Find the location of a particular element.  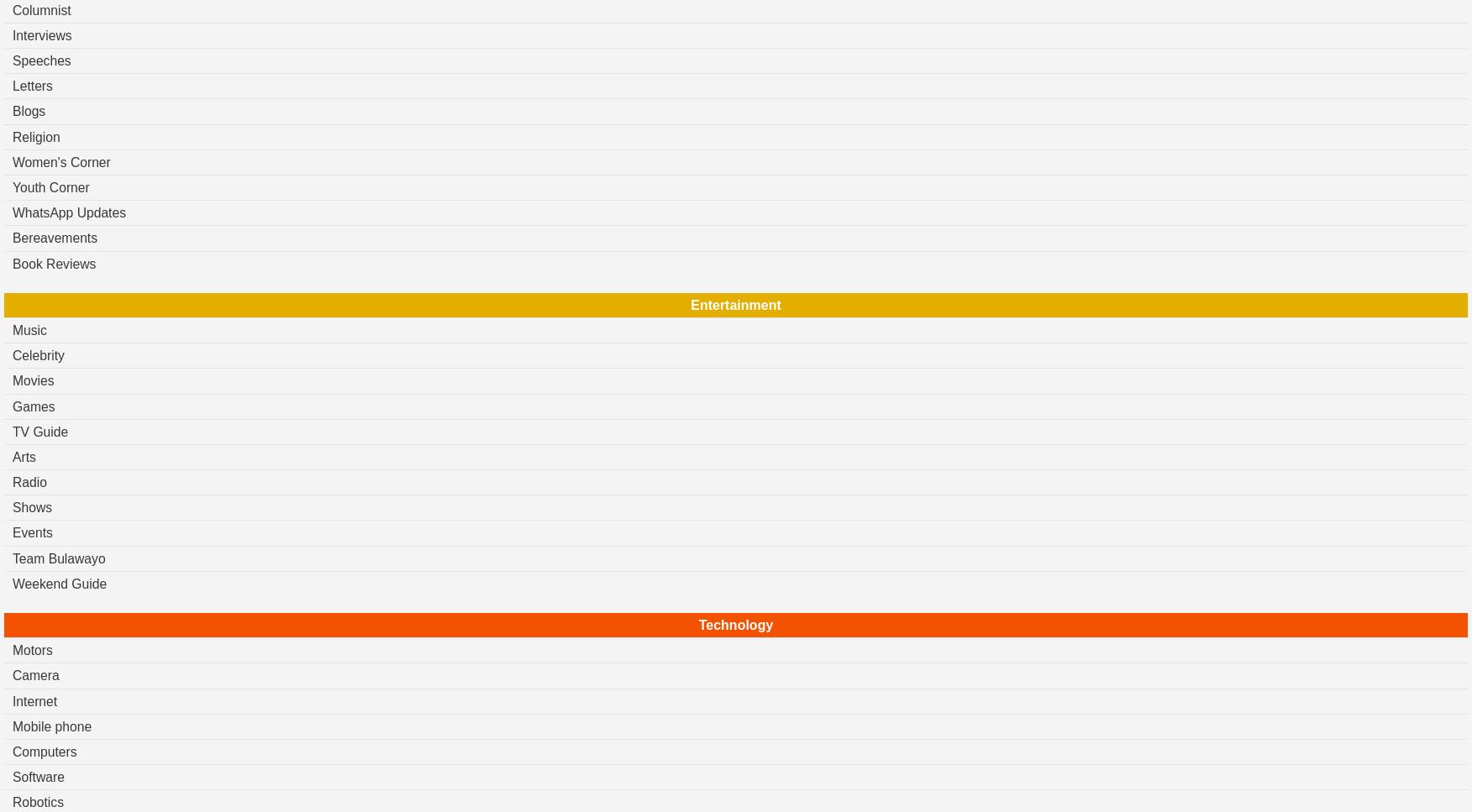

'Events' is located at coordinates (32, 532).